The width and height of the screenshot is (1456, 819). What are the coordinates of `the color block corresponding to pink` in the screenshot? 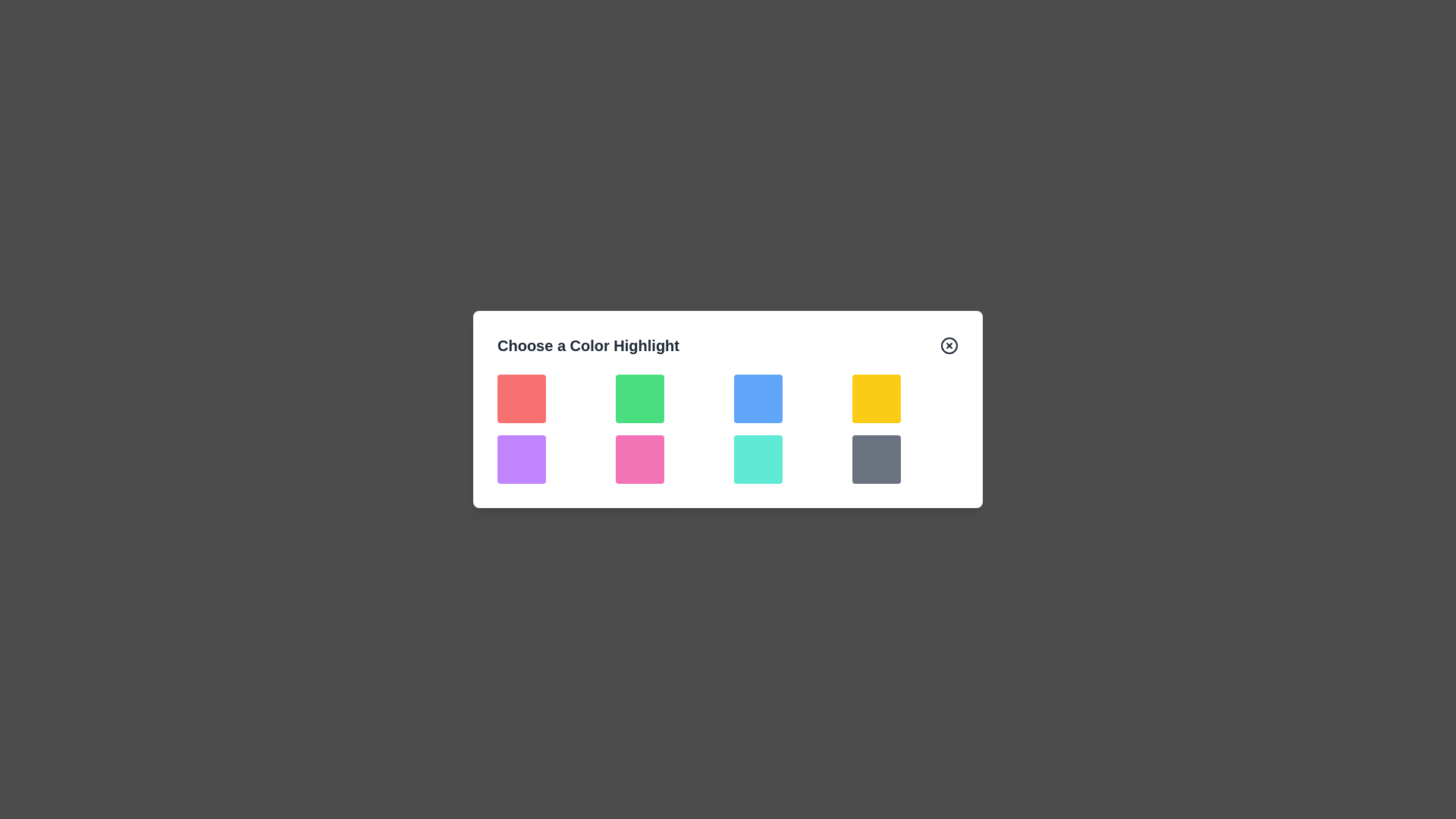 It's located at (640, 458).